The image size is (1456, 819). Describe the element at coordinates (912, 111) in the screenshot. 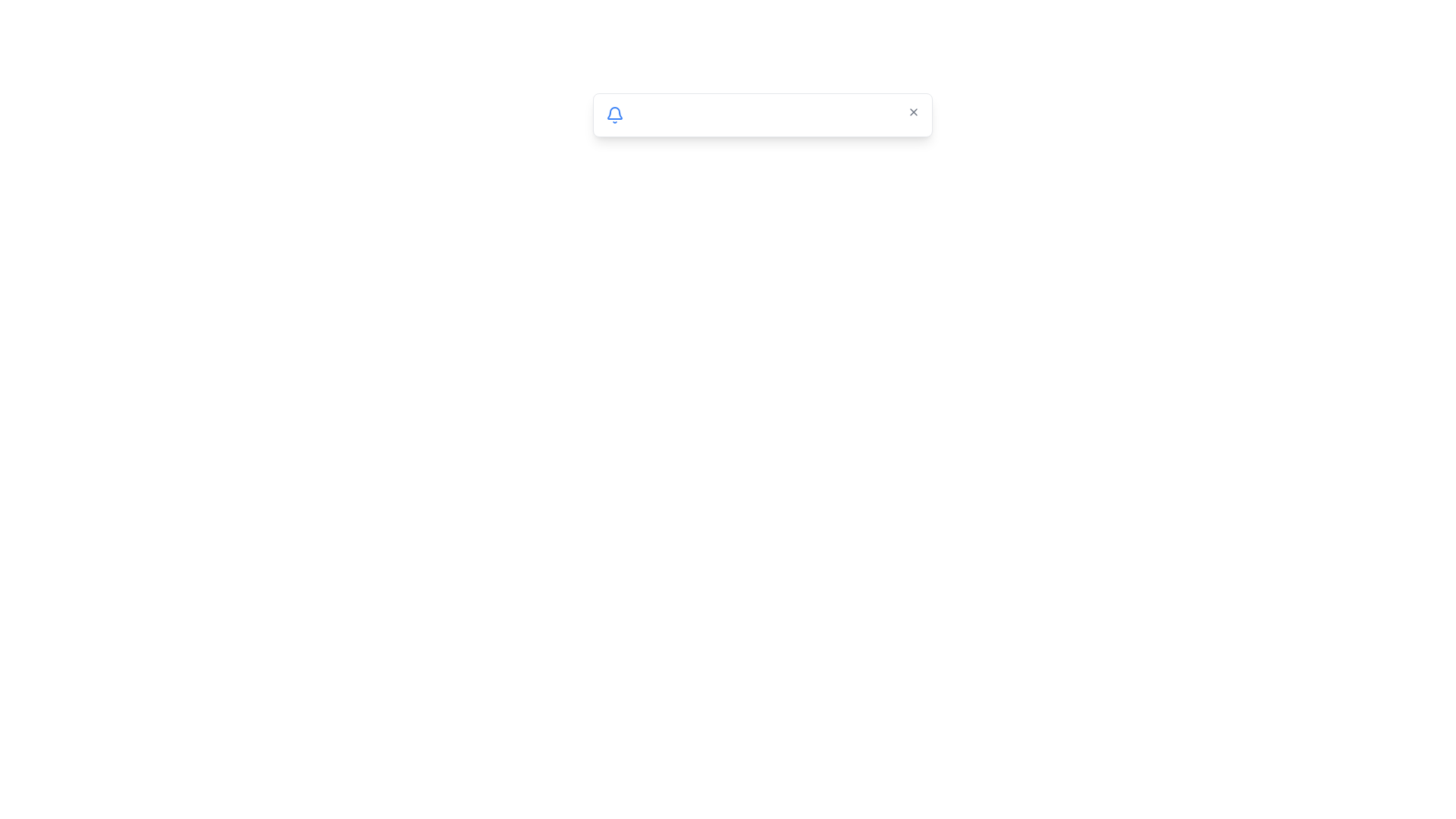

I see `the 'X' button at the far right of the rectangular panel` at that location.